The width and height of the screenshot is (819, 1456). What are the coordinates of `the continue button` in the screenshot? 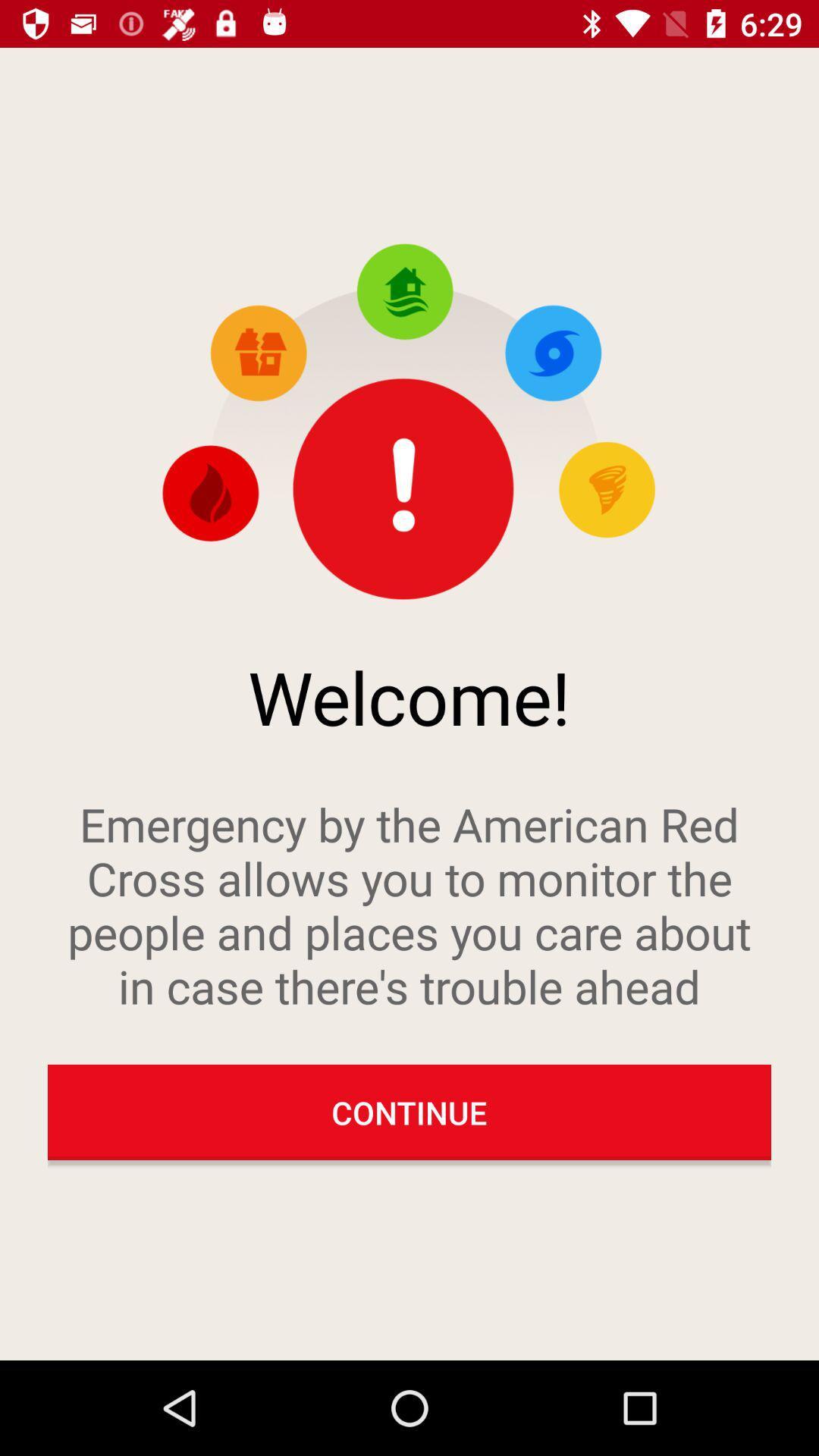 It's located at (409, 1112).